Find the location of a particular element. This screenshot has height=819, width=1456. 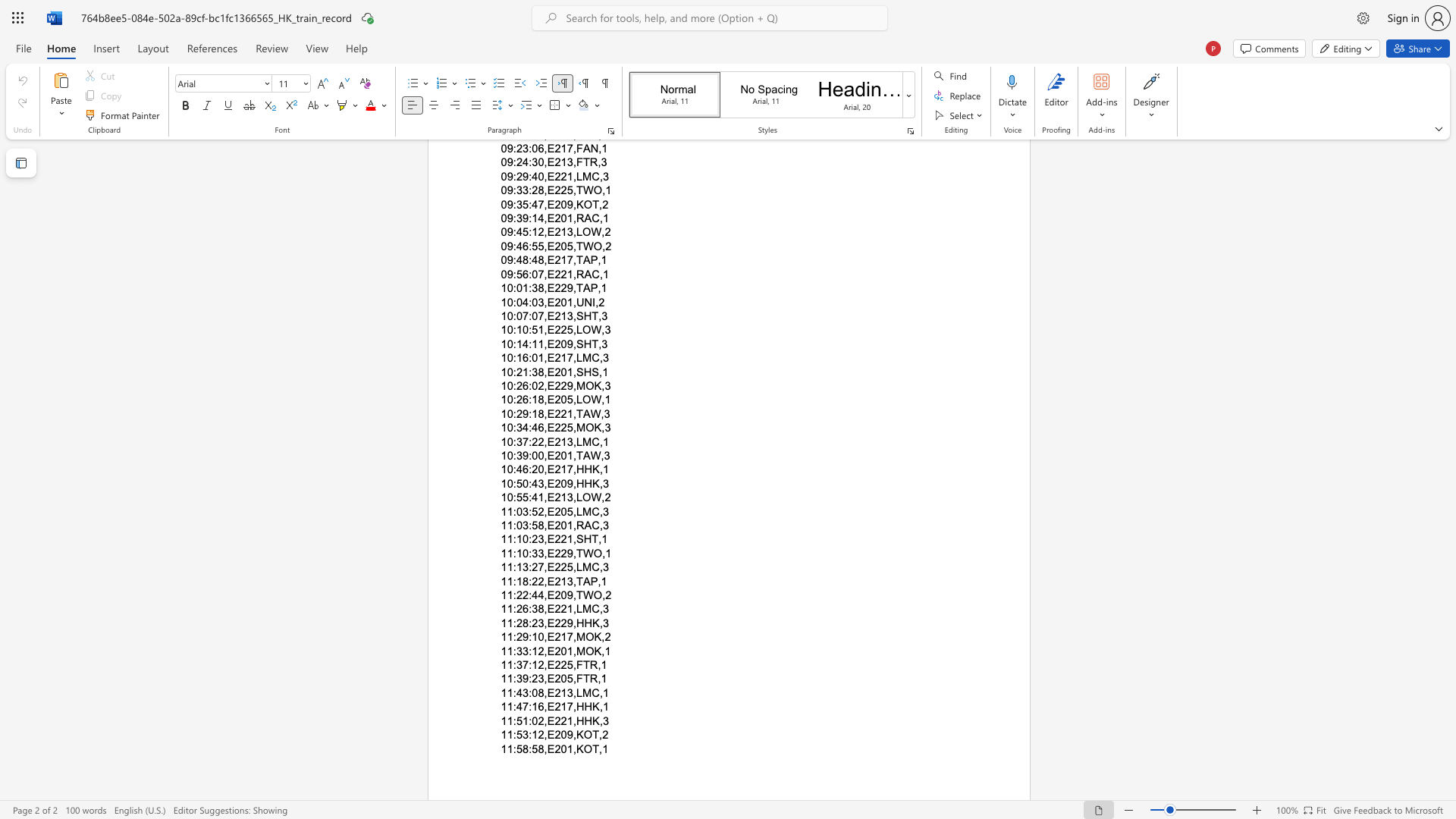

the subset text "13,LMC" within the text "11:43:08,E213,LMC,1" is located at coordinates (560, 692).